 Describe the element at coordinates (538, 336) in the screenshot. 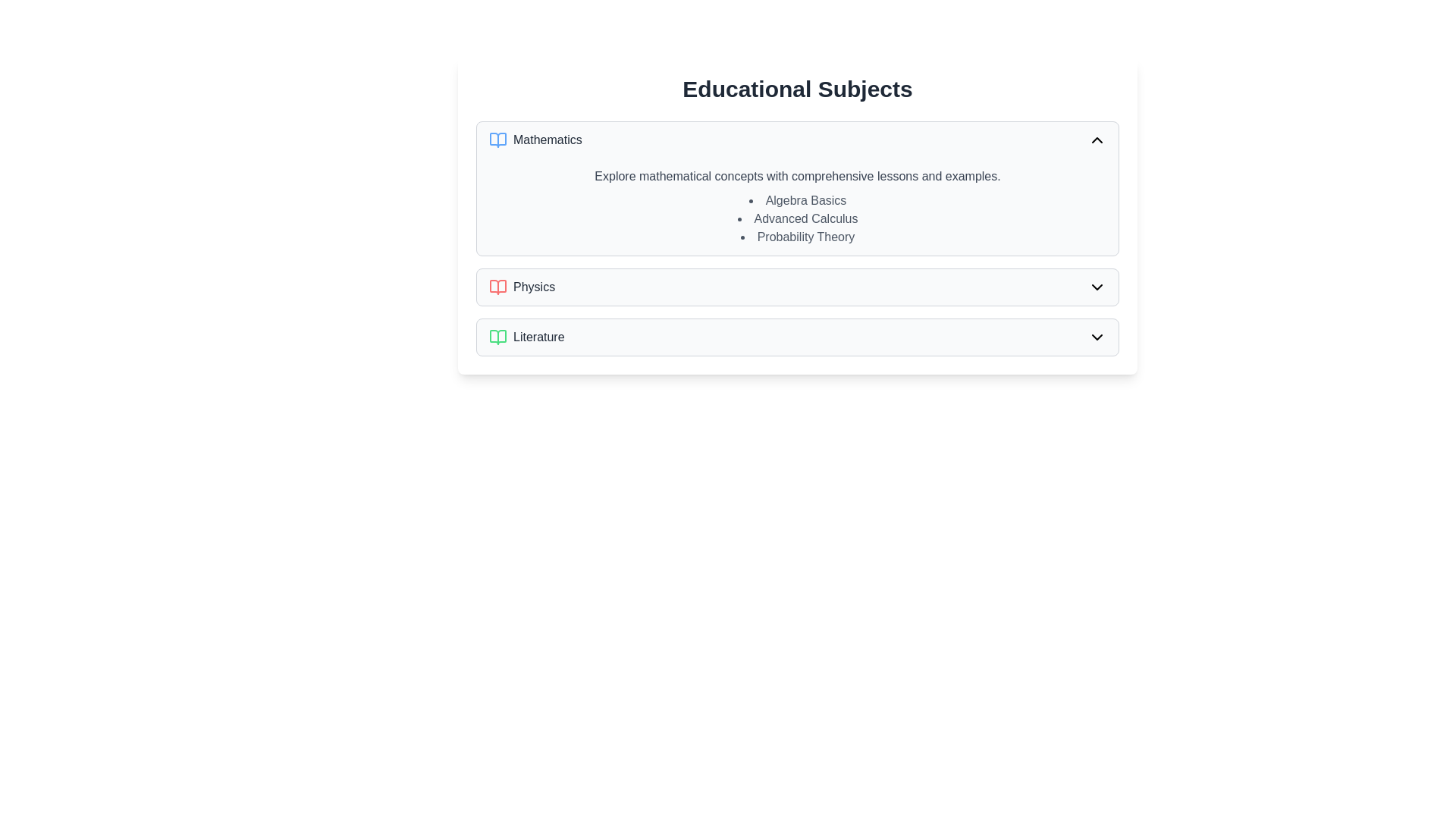

I see `text label 'Literature' which is dark gray and located beside a green book icon in the list of 'Educational Subjects'` at that location.